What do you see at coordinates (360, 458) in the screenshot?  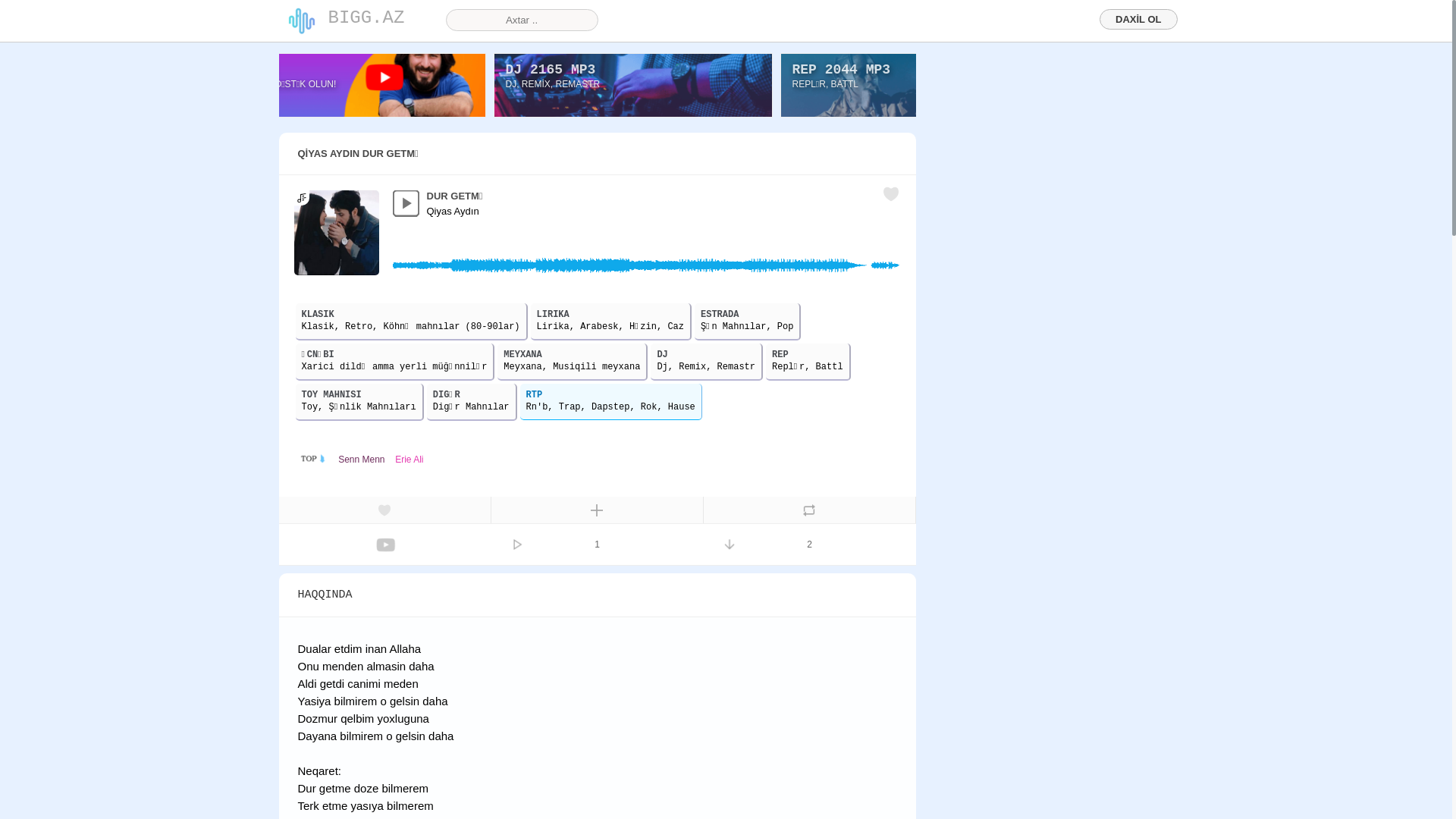 I see `'Senn Menn'` at bounding box center [360, 458].